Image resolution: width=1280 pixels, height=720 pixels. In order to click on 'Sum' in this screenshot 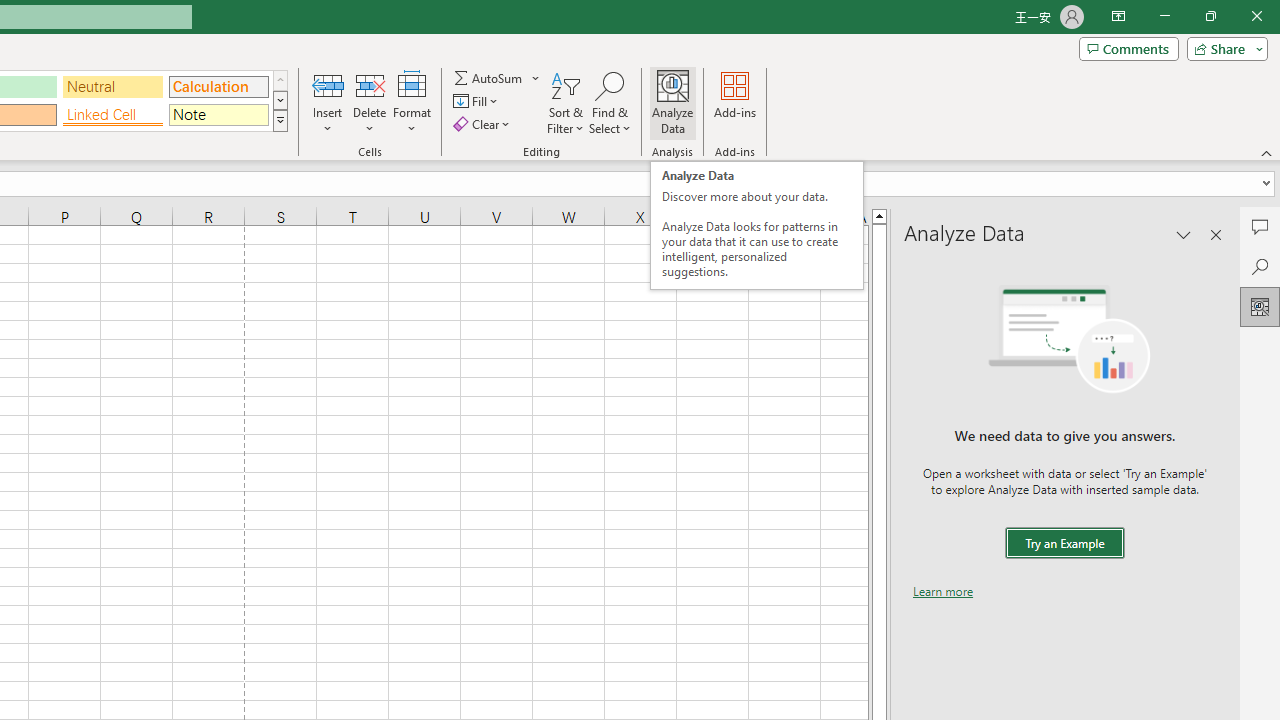, I will do `click(489, 77)`.